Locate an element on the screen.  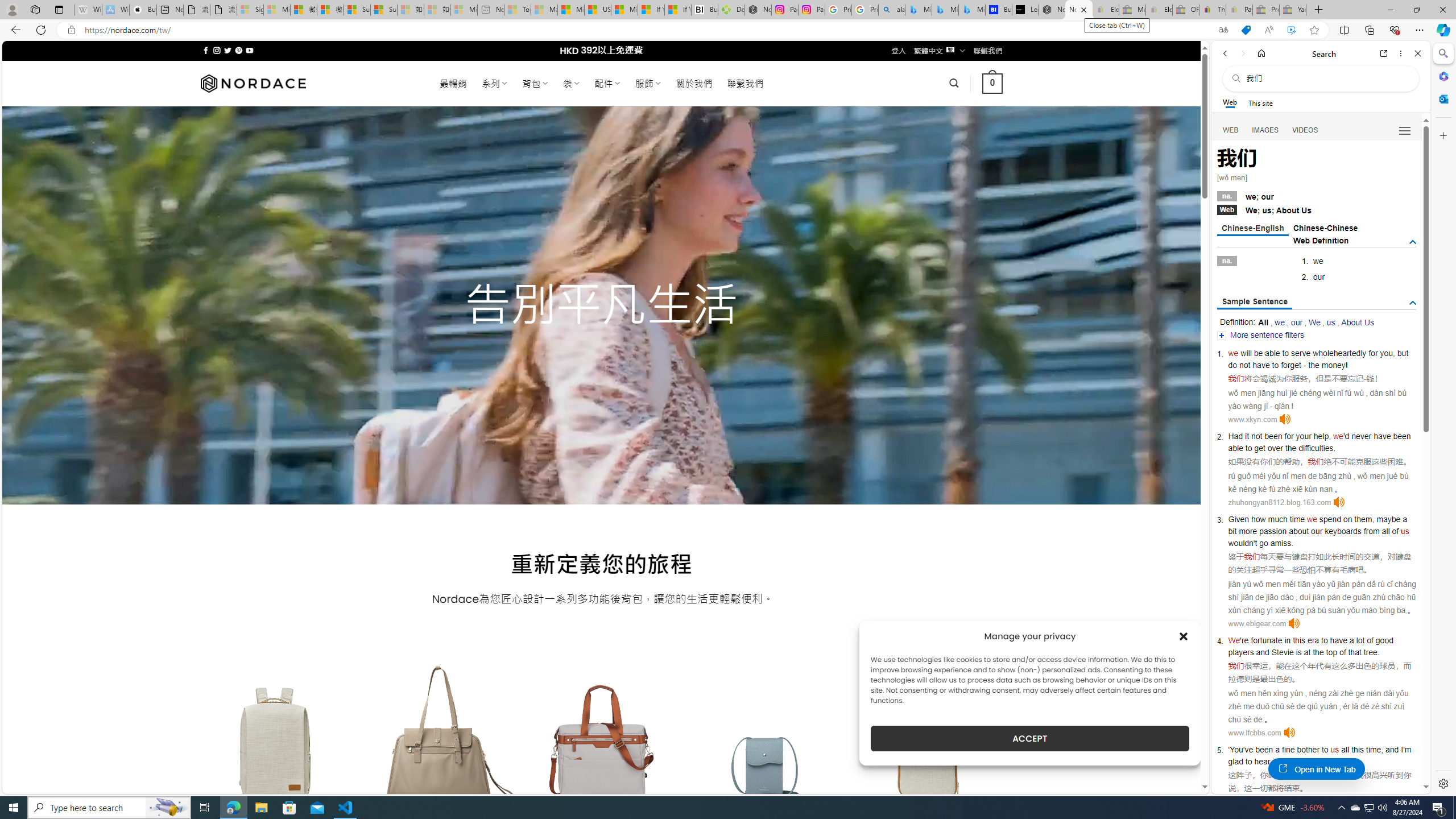
'Sign in to your Microsoft account - Sleeping' is located at coordinates (250, 9).